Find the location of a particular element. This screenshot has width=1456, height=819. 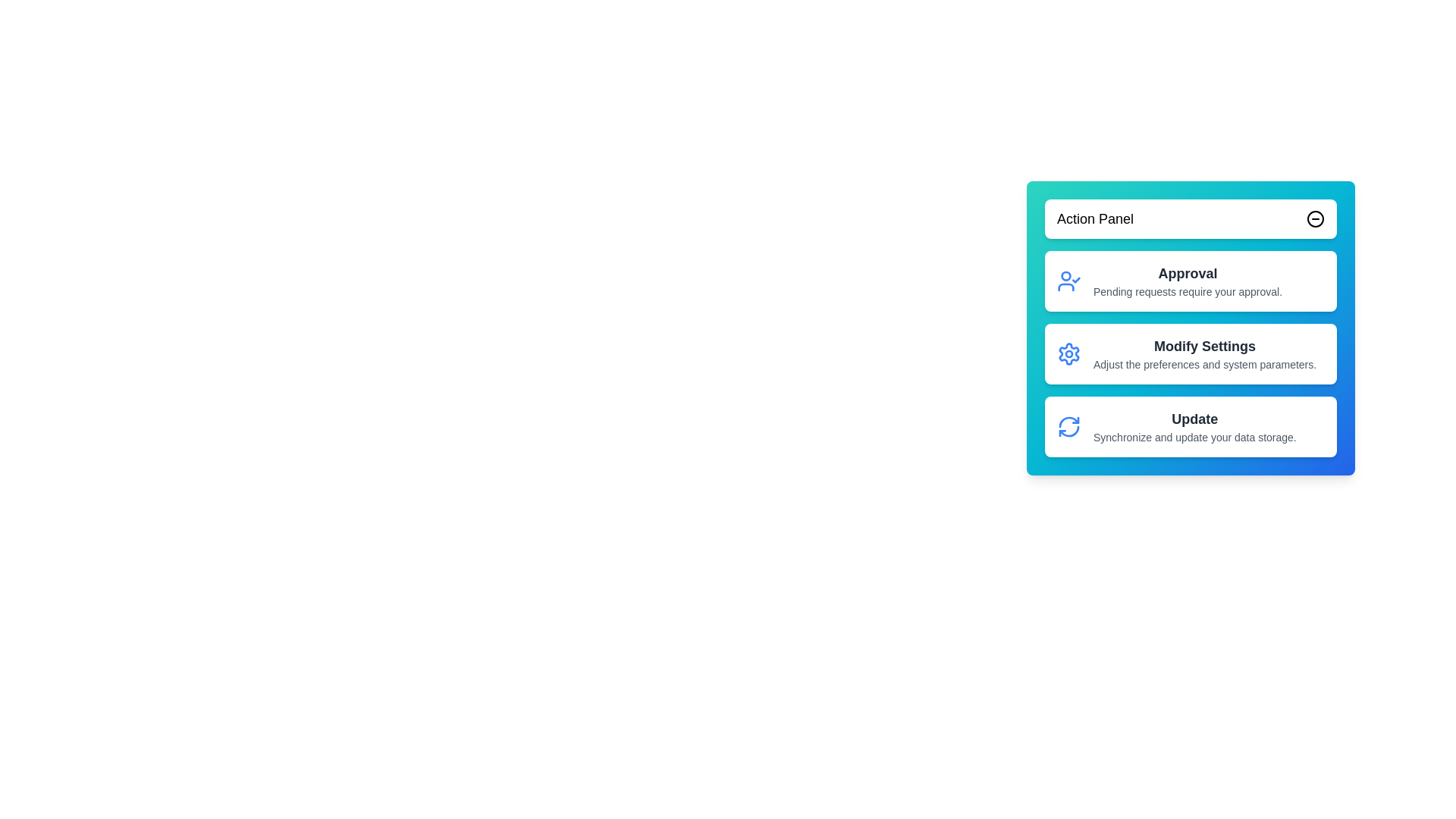

the 'Action Panel' button to toggle the visibility of the action panel is located at coordinates (1190, 219).